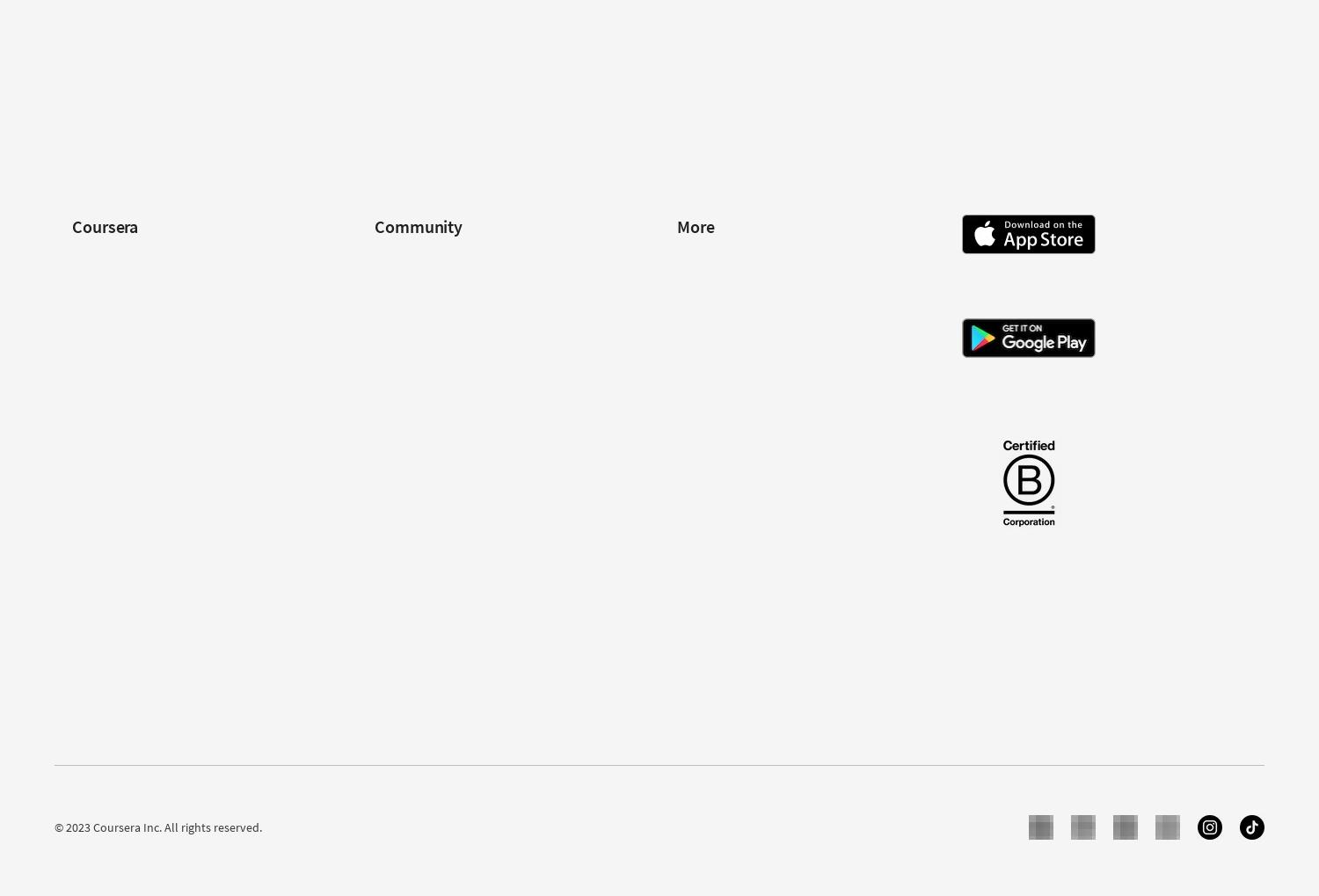 Image resolution: width=1319 pixels, height=896 pixels. What do you see at coordinates (100, 311) in the screenshot?
I see `'Leadership'` at bounding box center [100, 311].